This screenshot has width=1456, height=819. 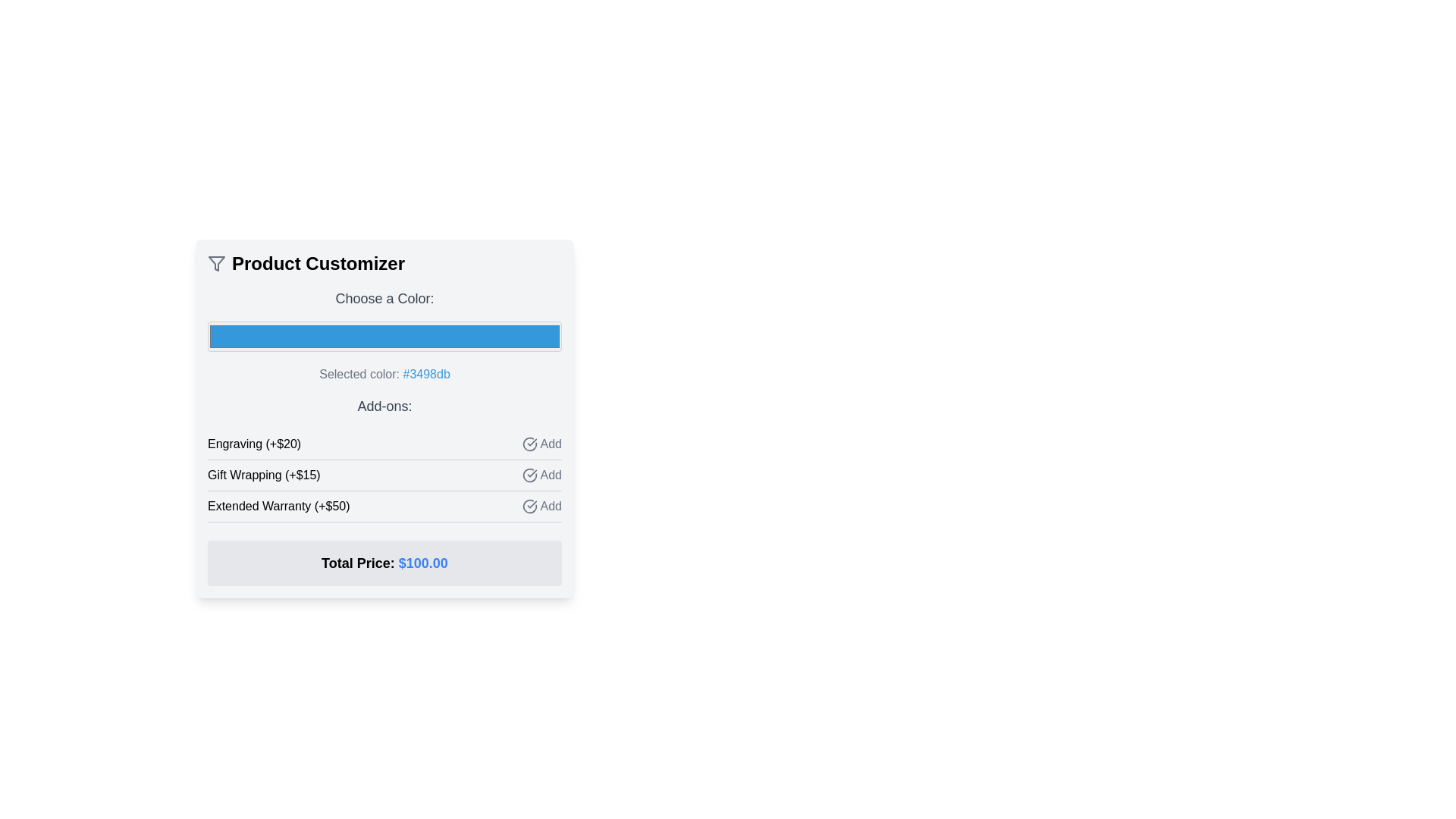 I want to click on the 'Add Engraving' button located on the right side of the 'Engraving (+$20)' labeled row in the Product Customizer module, so click(x=541, y=444).